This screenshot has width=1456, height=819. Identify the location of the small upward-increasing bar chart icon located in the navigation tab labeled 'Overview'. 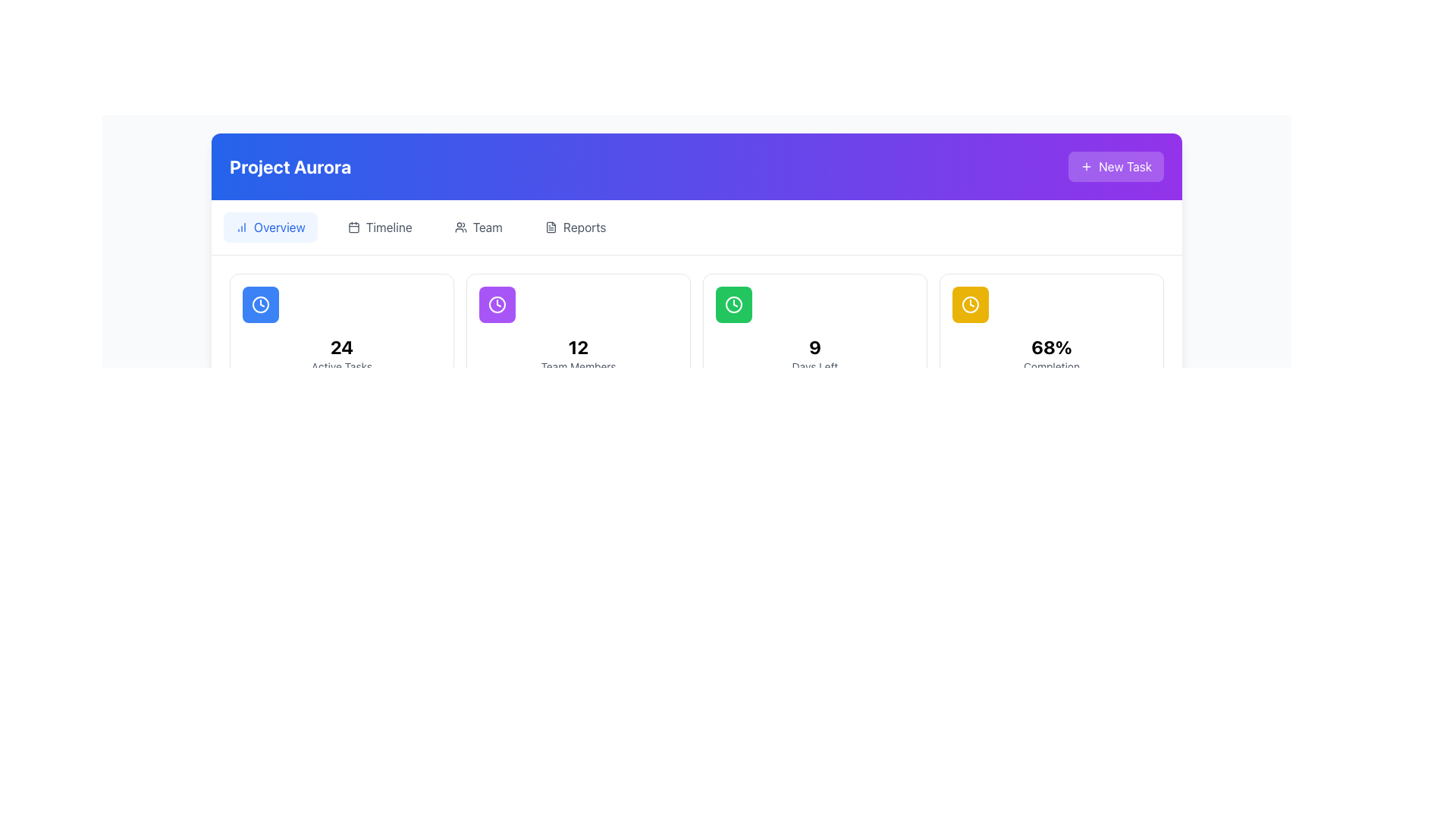
(240, 227).